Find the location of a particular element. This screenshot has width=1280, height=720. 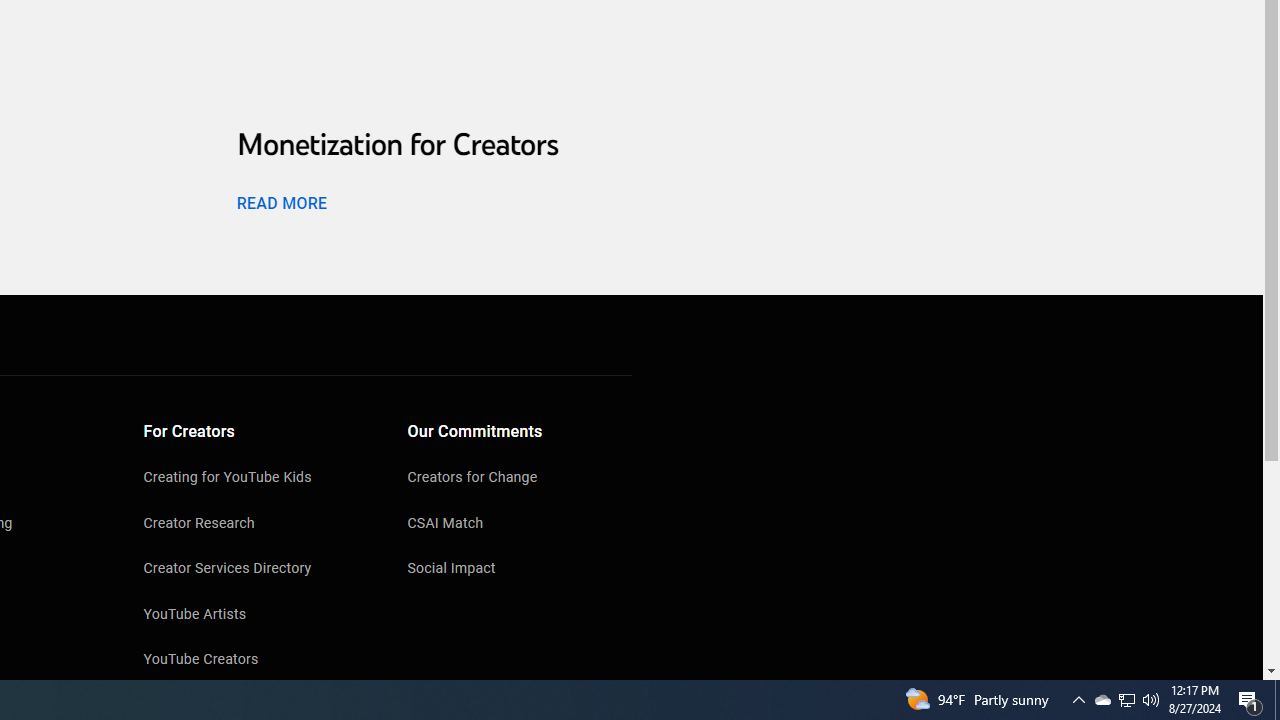

'Creating for YouTube Kids' is located at coordinates (255, 479).